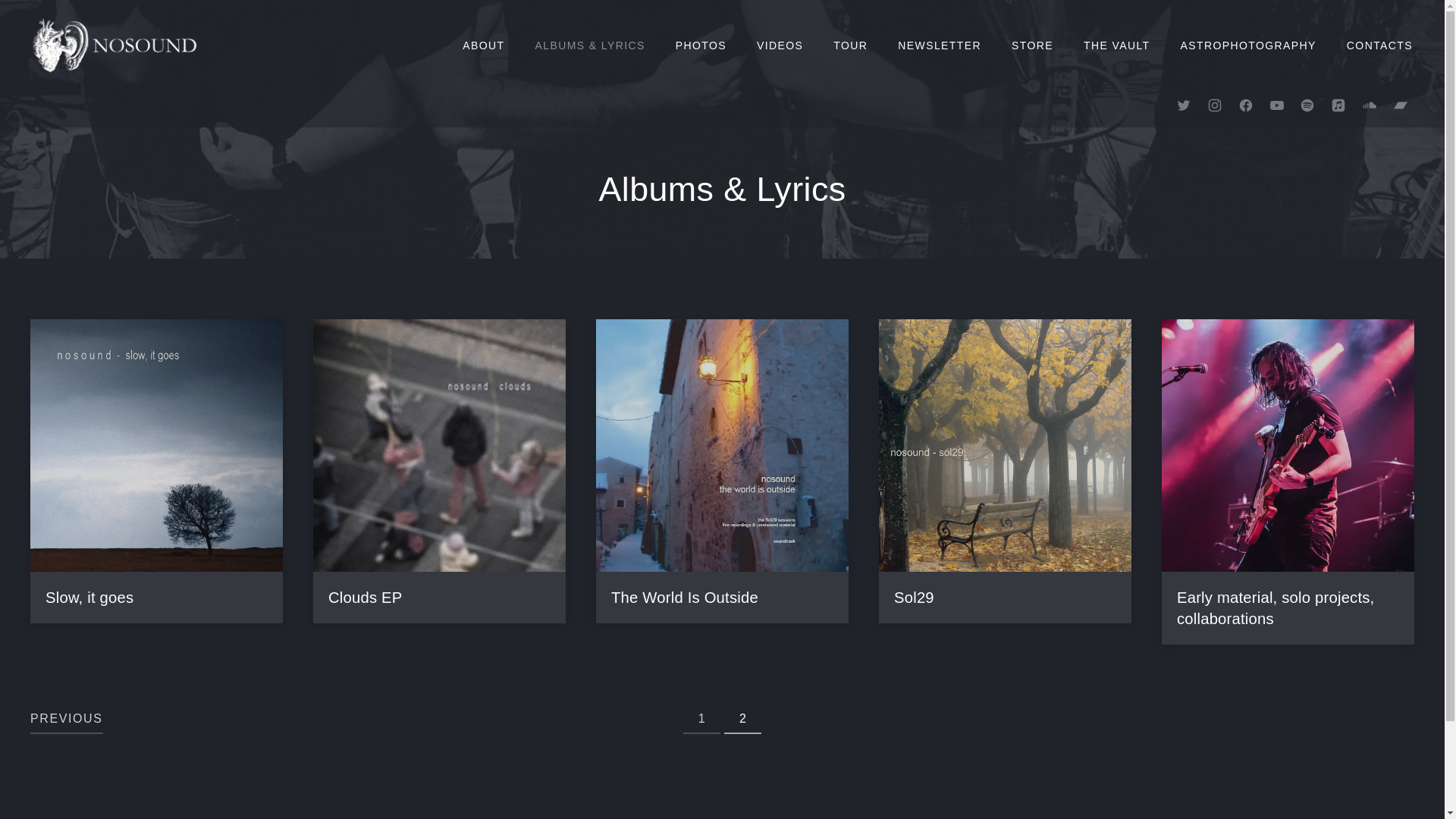  Describe the element at coordinates (1369, 104) in the screenshot. I see `'New Window'` at that location.